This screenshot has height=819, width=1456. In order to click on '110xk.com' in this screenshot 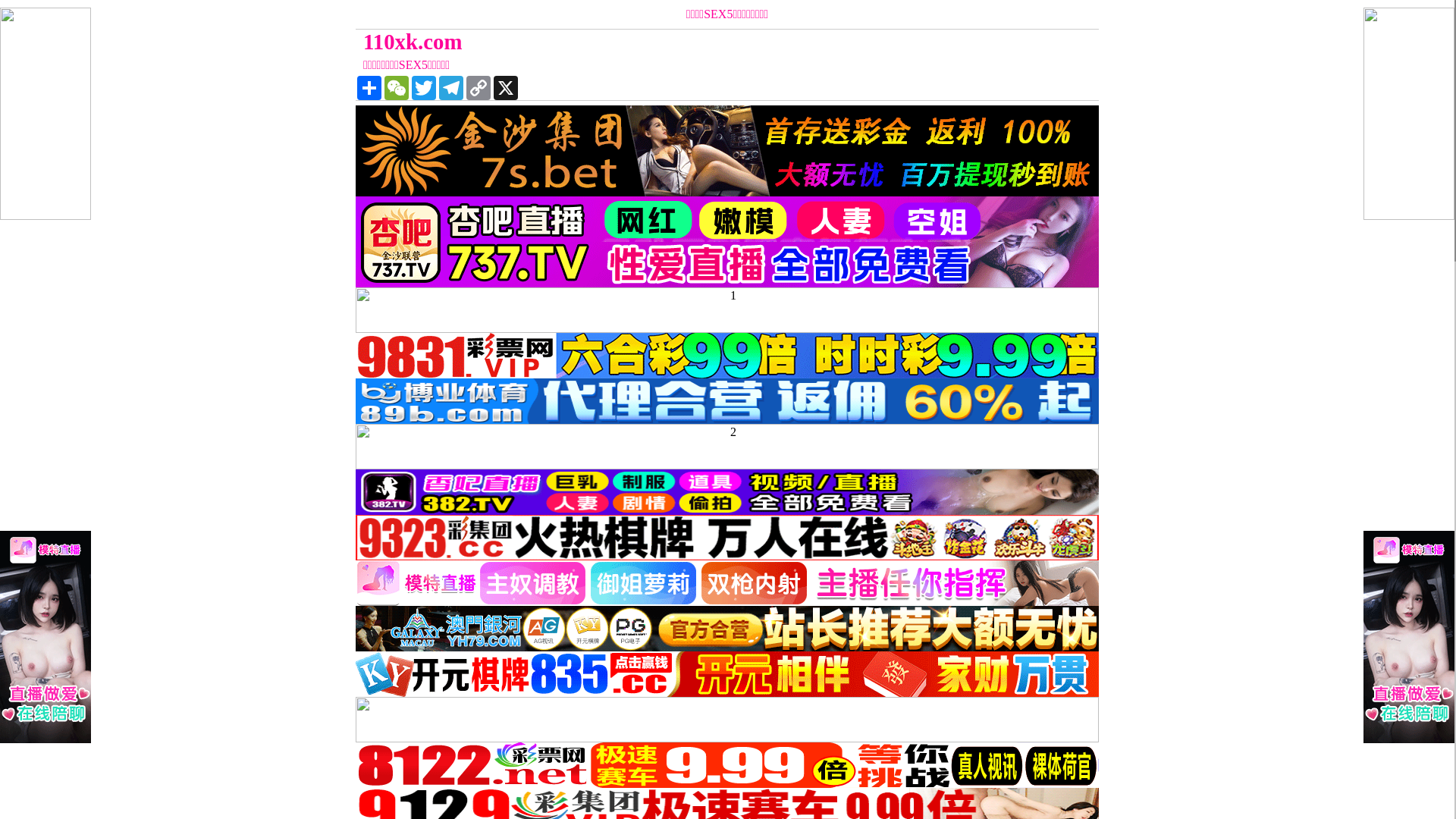, I will do `click(634, 41)`.